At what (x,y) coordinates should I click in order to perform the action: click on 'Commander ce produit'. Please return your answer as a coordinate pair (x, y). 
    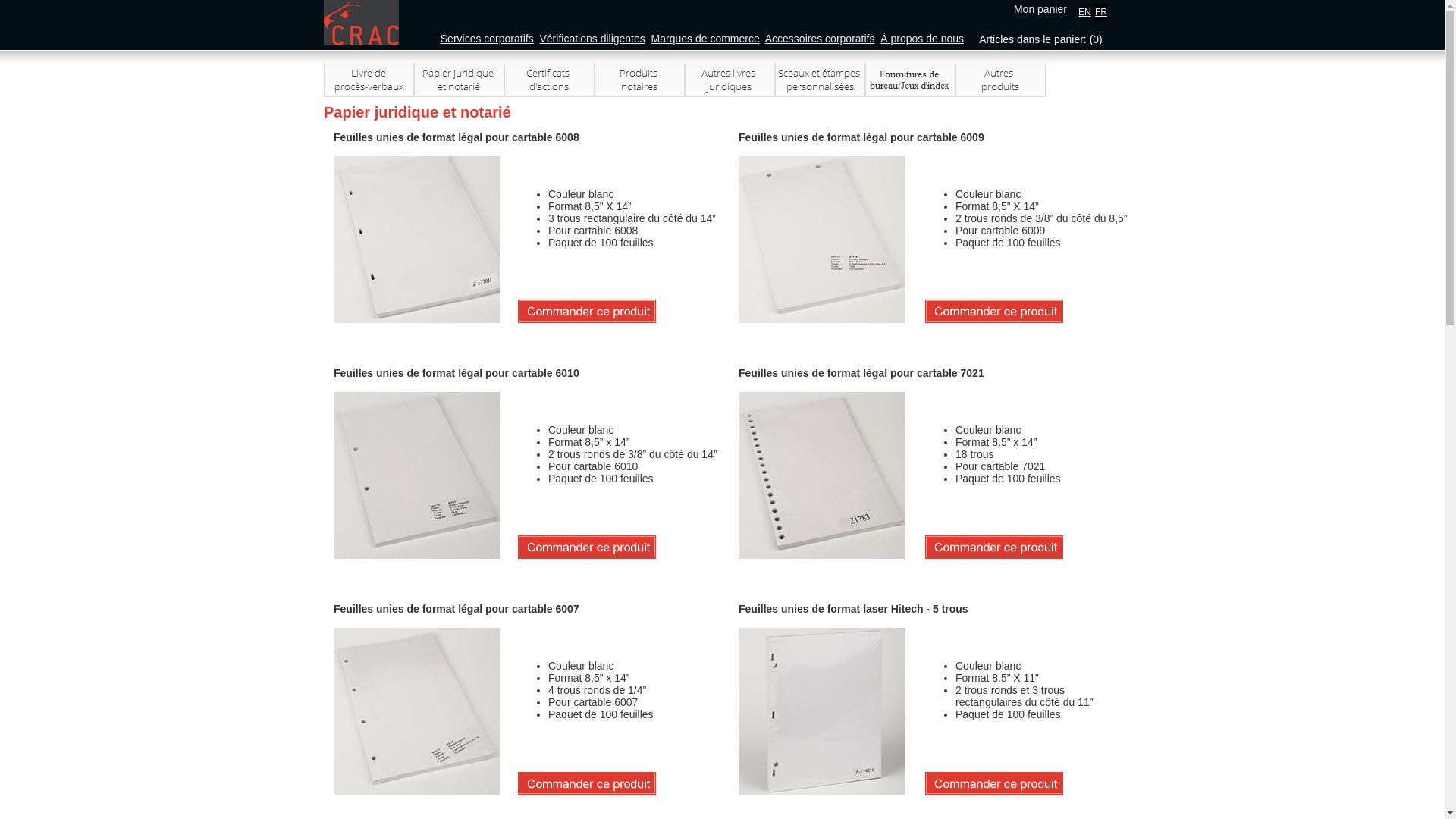
    Looking at the image, I should click on (585, 783).